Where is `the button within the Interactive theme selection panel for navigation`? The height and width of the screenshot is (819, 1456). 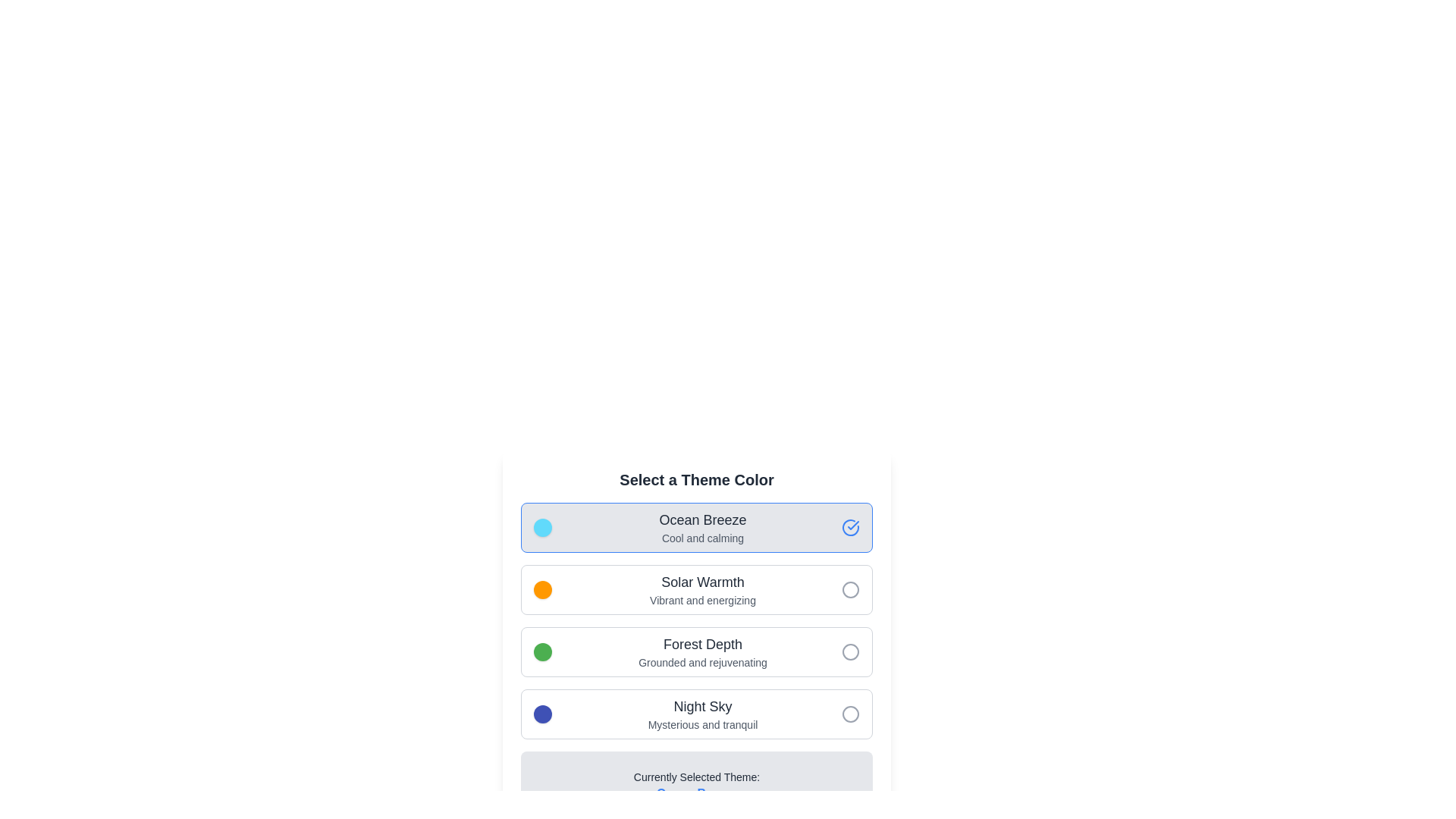 the button within the Interactive theme selection panel for navigation is located at coordinates (695, 620).